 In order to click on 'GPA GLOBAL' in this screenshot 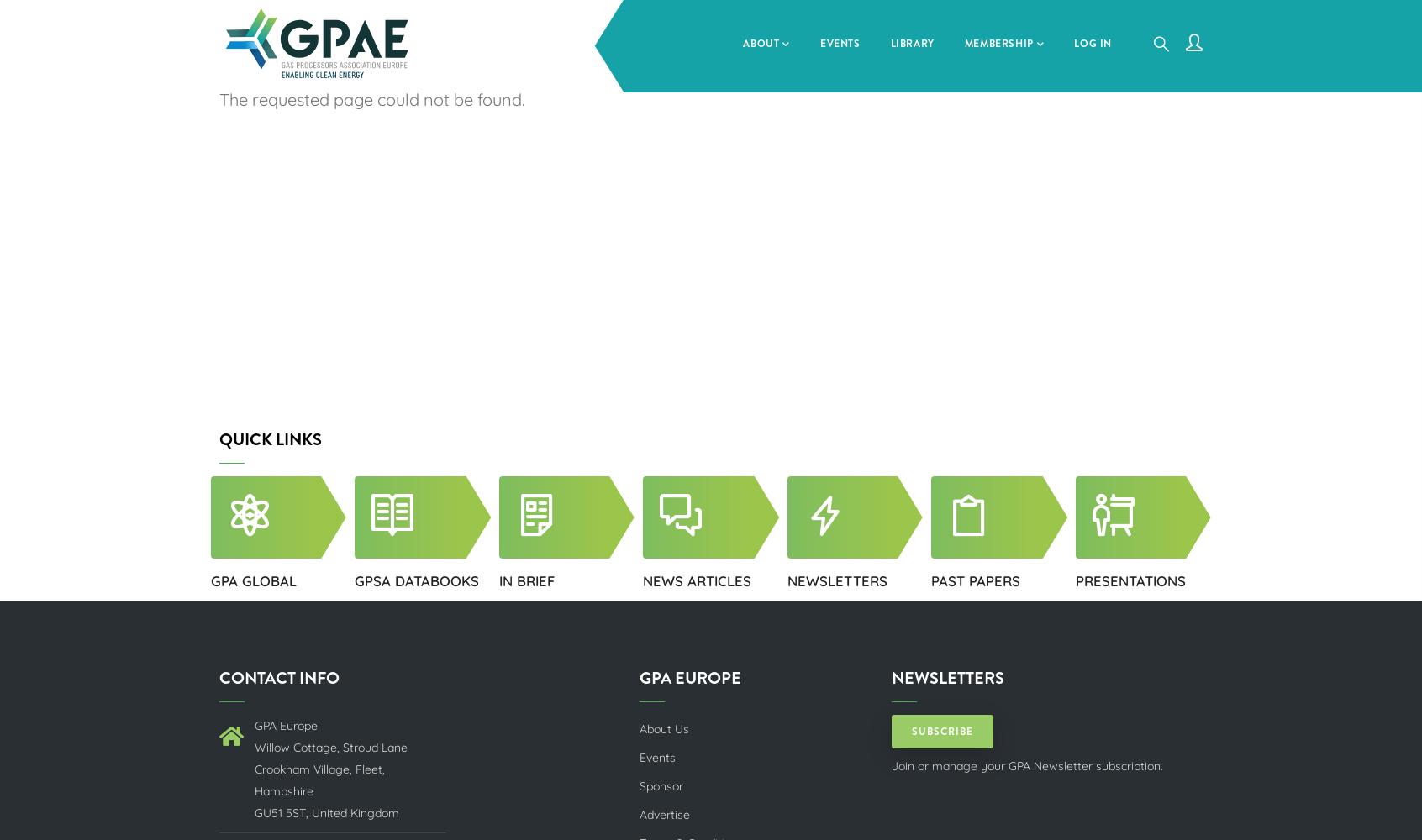, I will do `click(253, 580)`.